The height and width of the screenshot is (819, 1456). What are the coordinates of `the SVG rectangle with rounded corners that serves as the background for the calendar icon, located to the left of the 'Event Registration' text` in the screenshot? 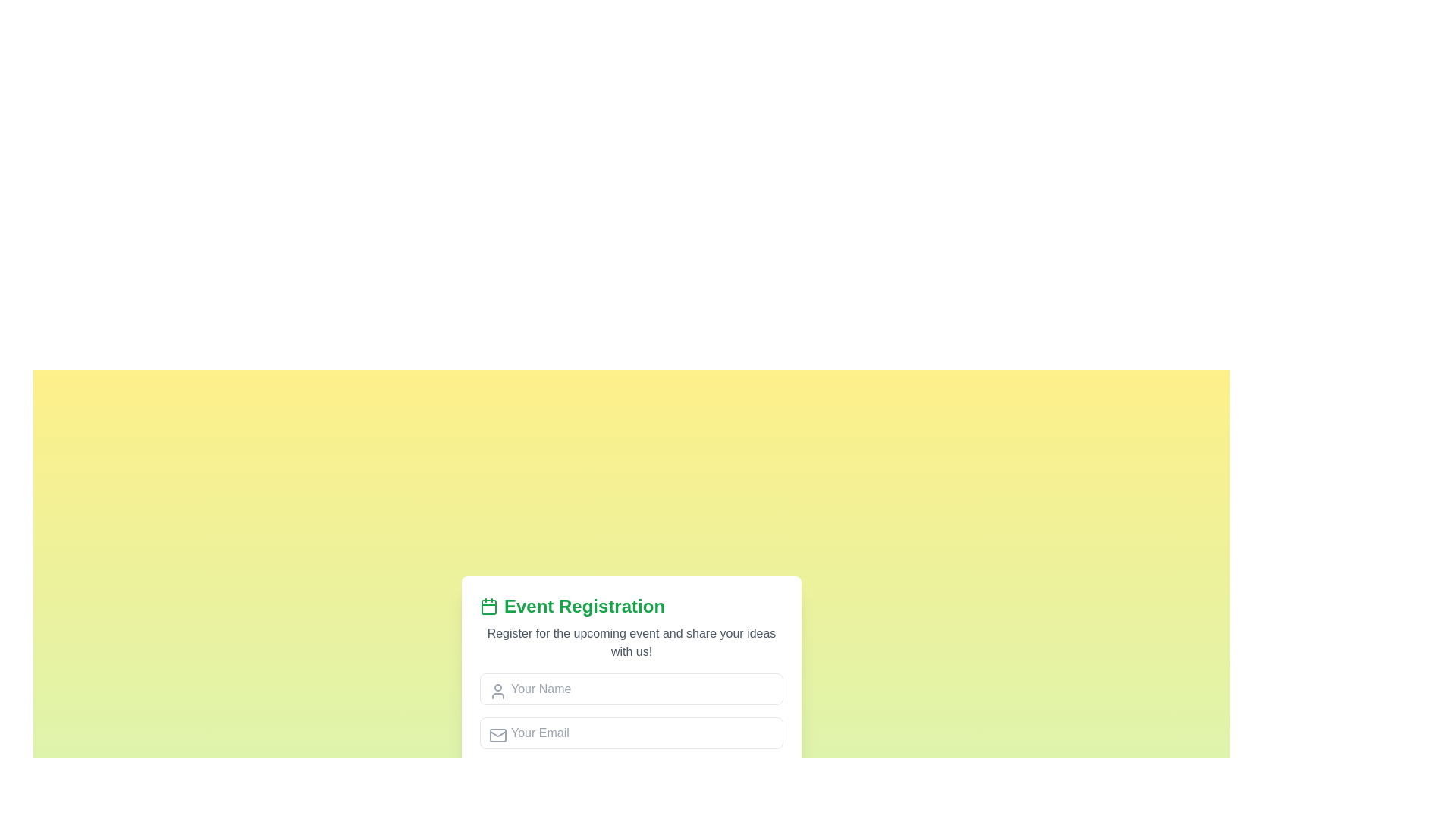 It's located at (488, 605).